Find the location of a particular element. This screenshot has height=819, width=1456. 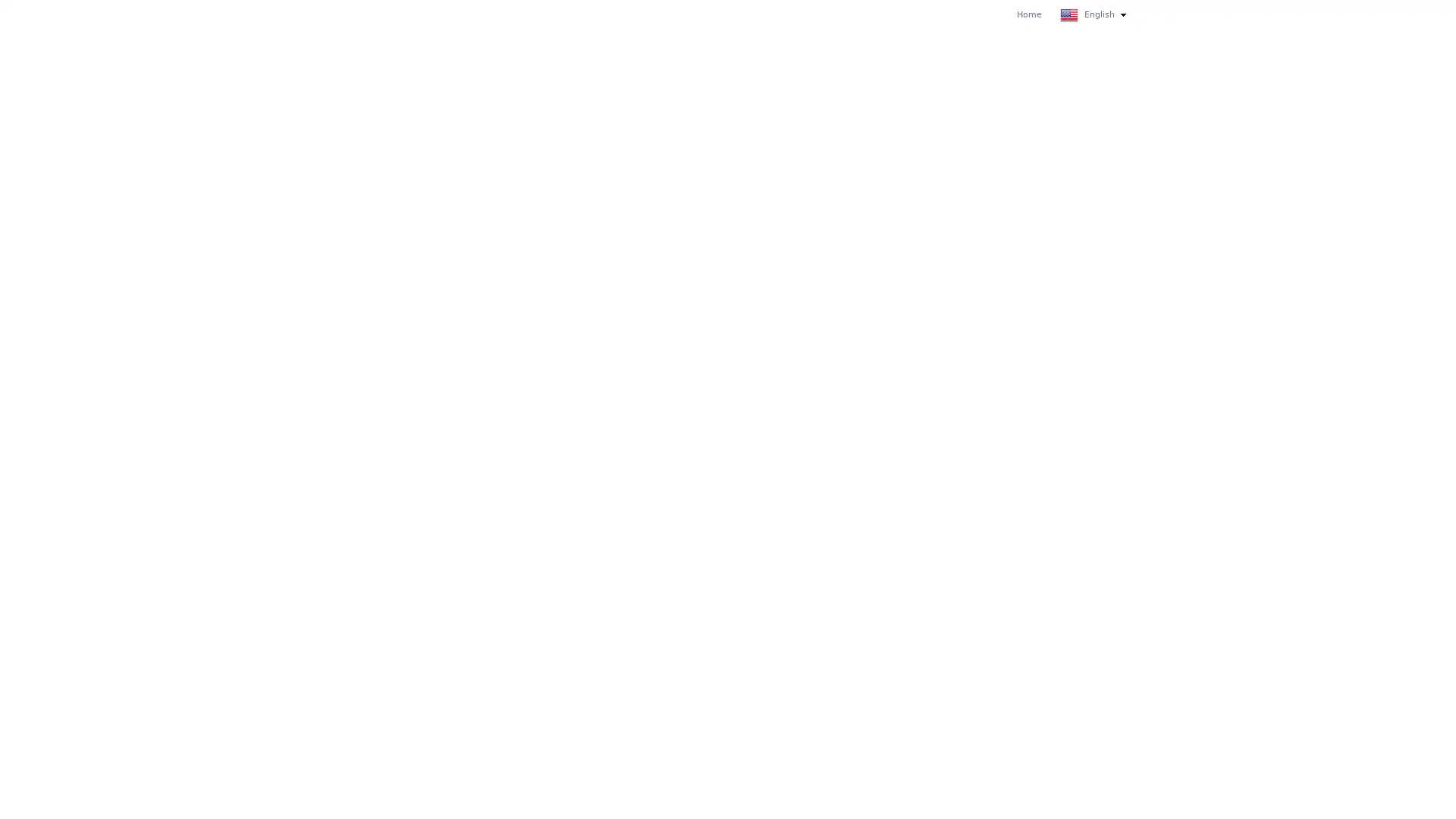

Opens password pop-up is located at coordinates (513, 320).